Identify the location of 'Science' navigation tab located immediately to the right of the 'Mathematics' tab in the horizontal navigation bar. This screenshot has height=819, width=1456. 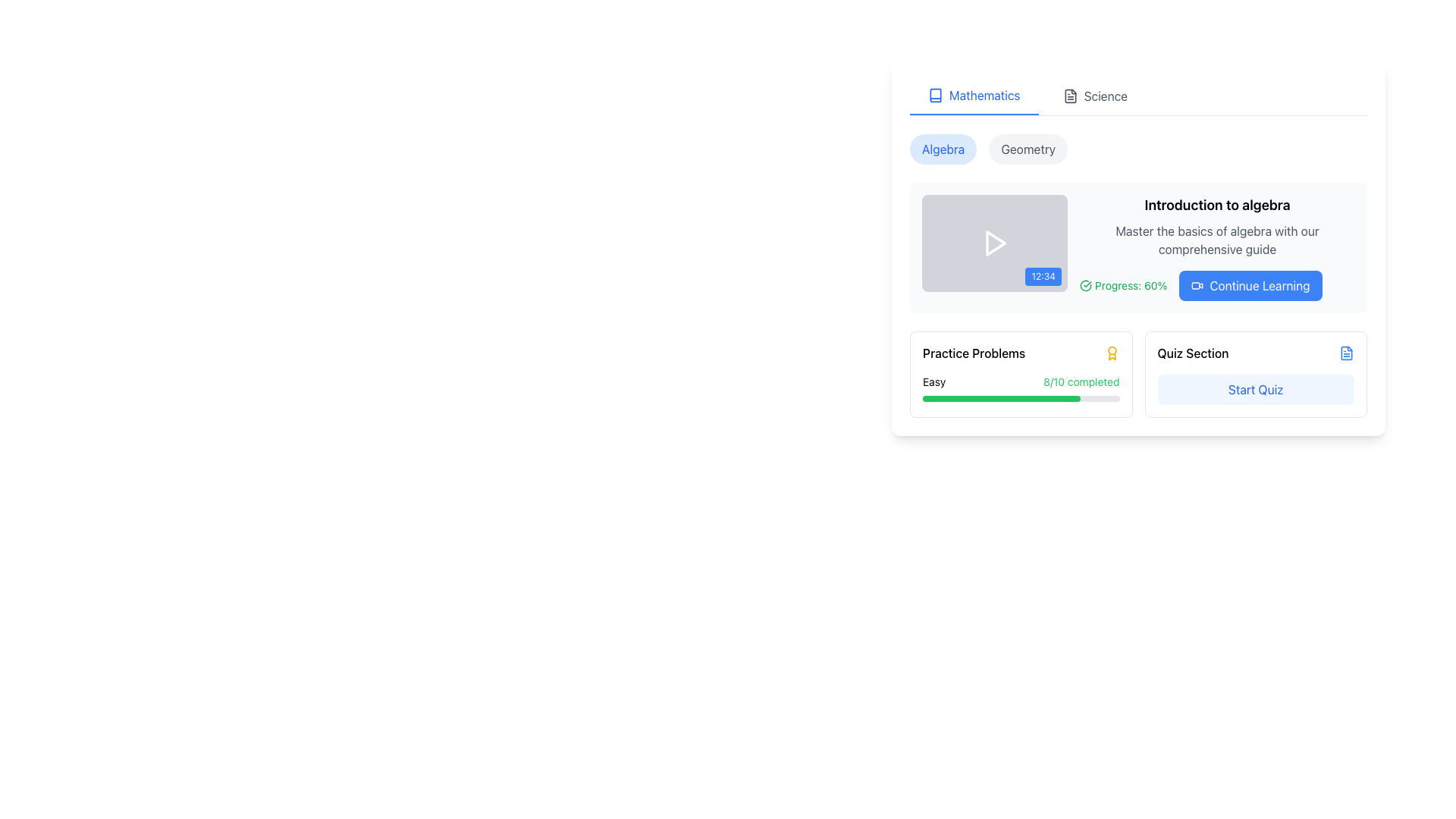
(1095, 96).